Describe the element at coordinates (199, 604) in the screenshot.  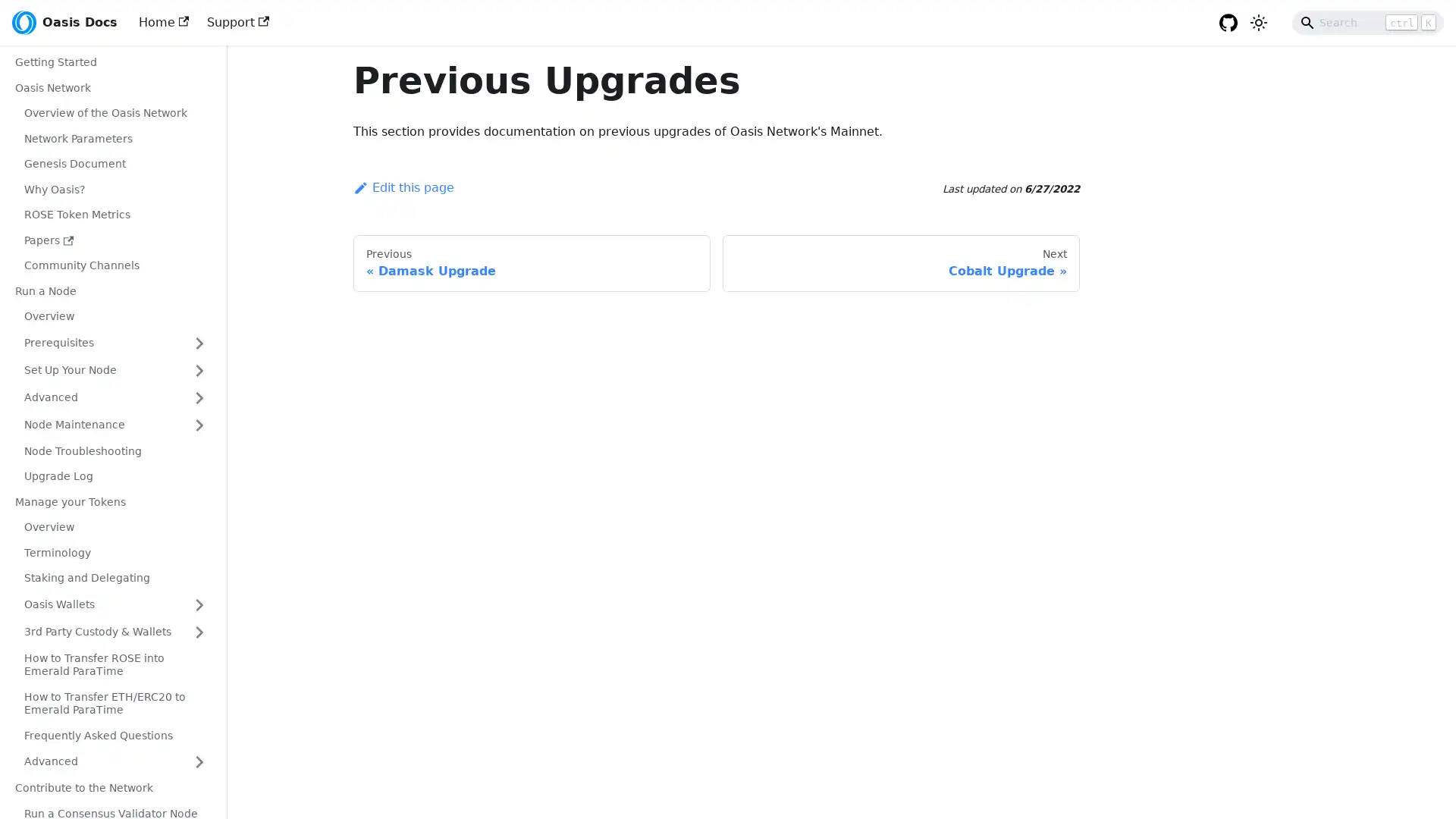
I see `Toggle the collapsible sidebar category 'Oasis Wallets'` at that location.